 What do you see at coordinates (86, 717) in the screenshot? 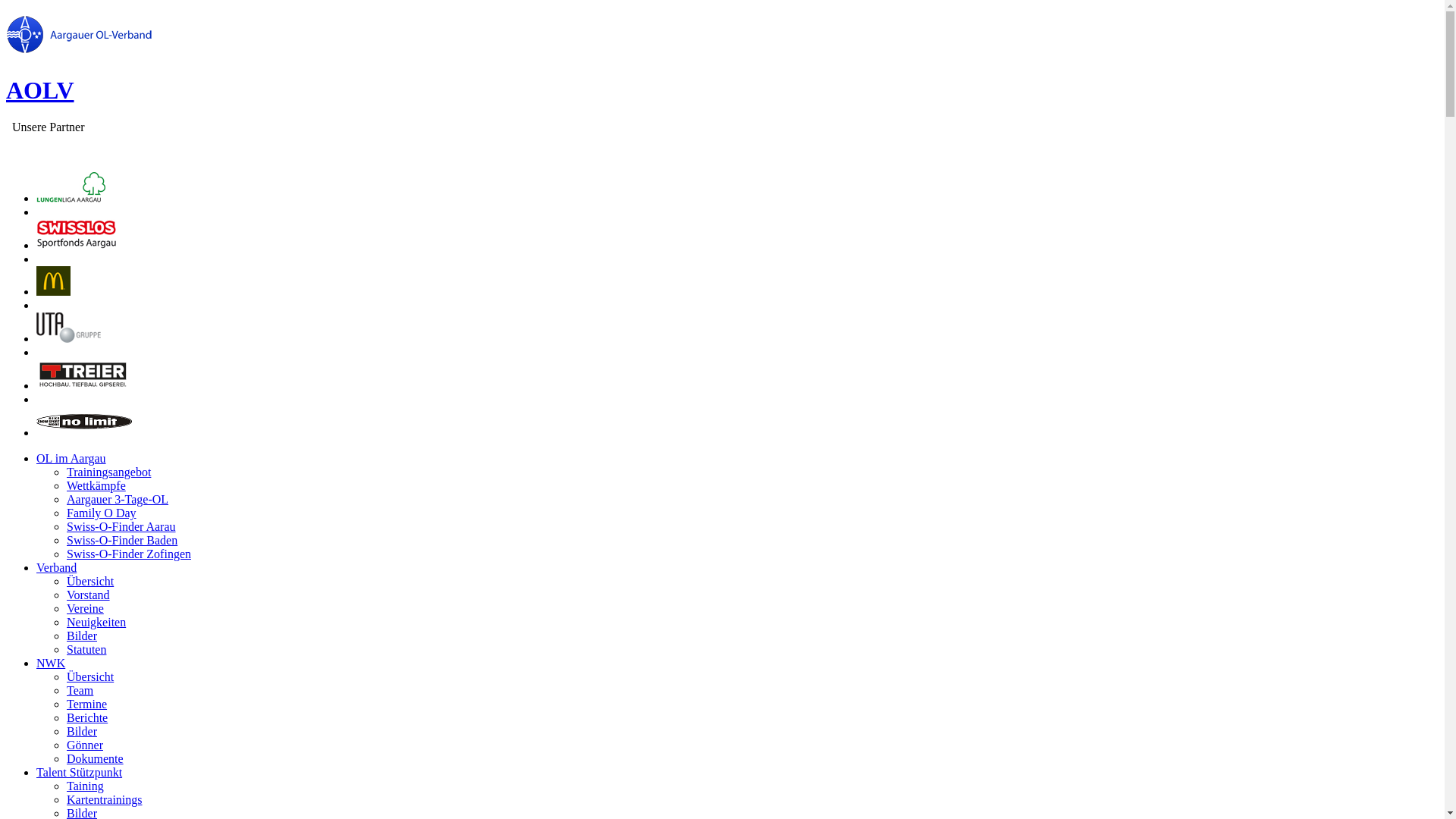
I see `'Berichte'` at bounding box center [86, 717].